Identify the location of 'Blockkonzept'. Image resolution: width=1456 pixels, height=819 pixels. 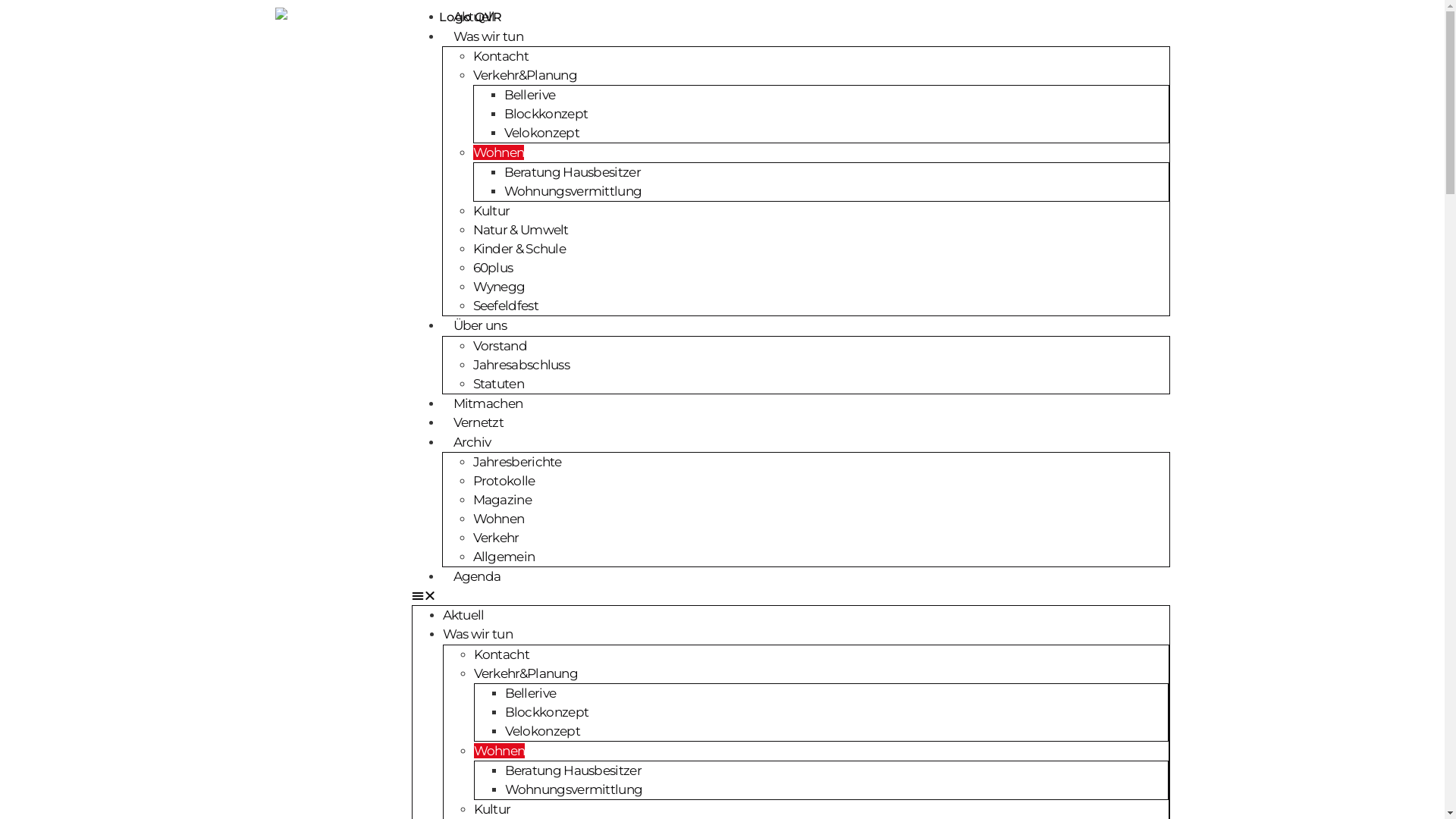
(545, 113).